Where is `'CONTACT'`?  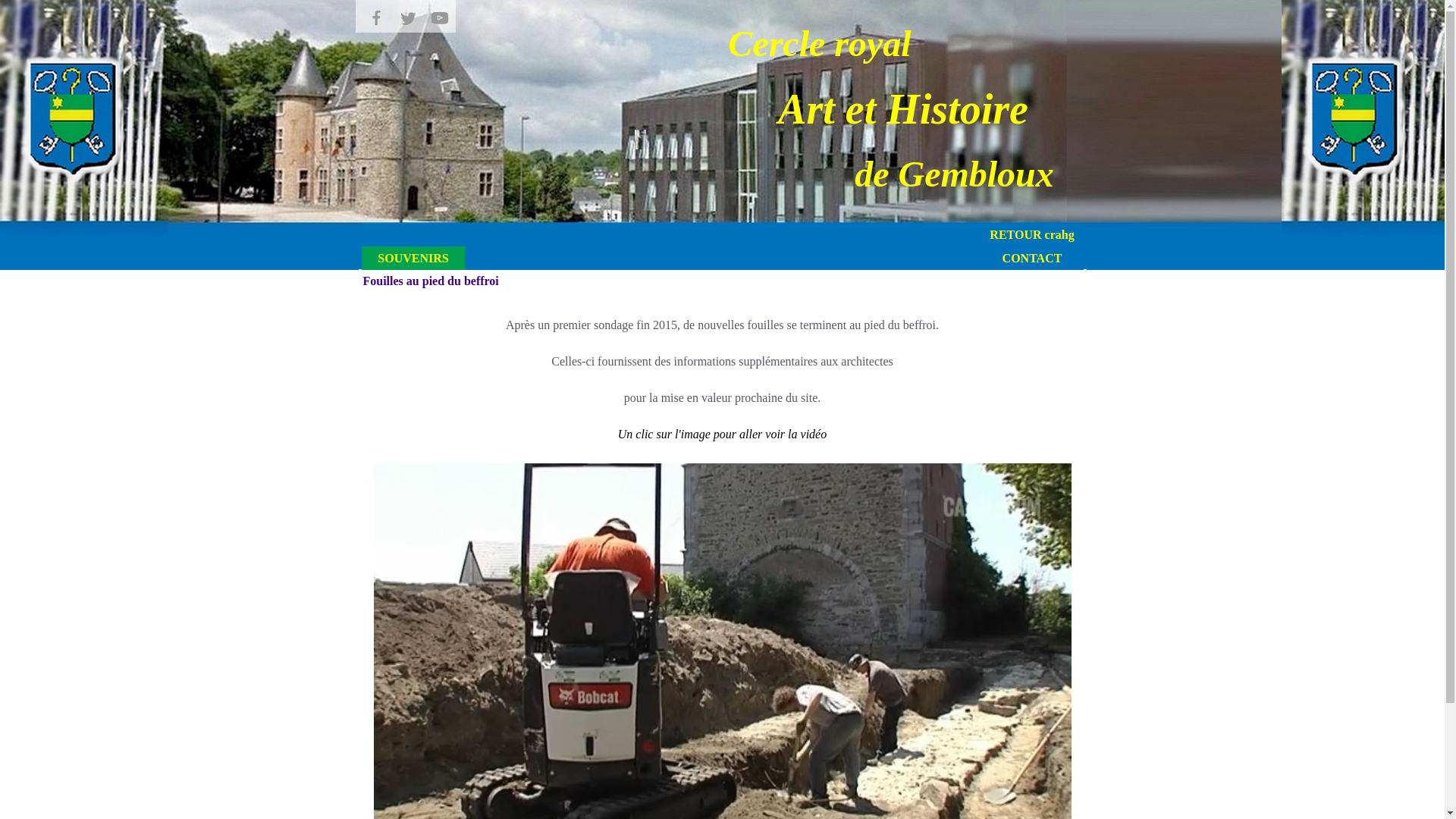
'CONTACT' is located at coordinates (1031, 257).